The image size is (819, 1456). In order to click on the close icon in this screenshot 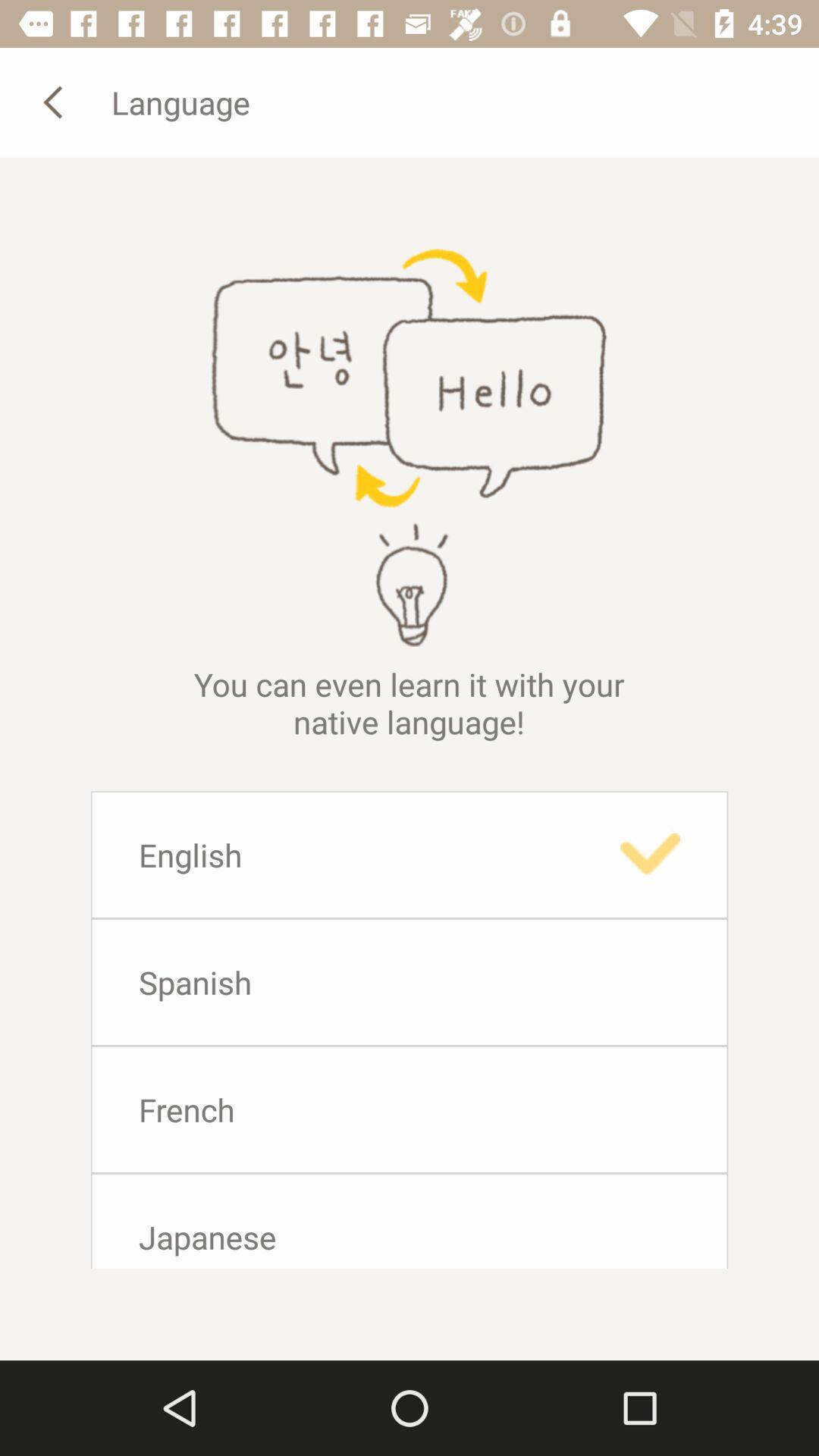, I will do `click(445, 760)`.